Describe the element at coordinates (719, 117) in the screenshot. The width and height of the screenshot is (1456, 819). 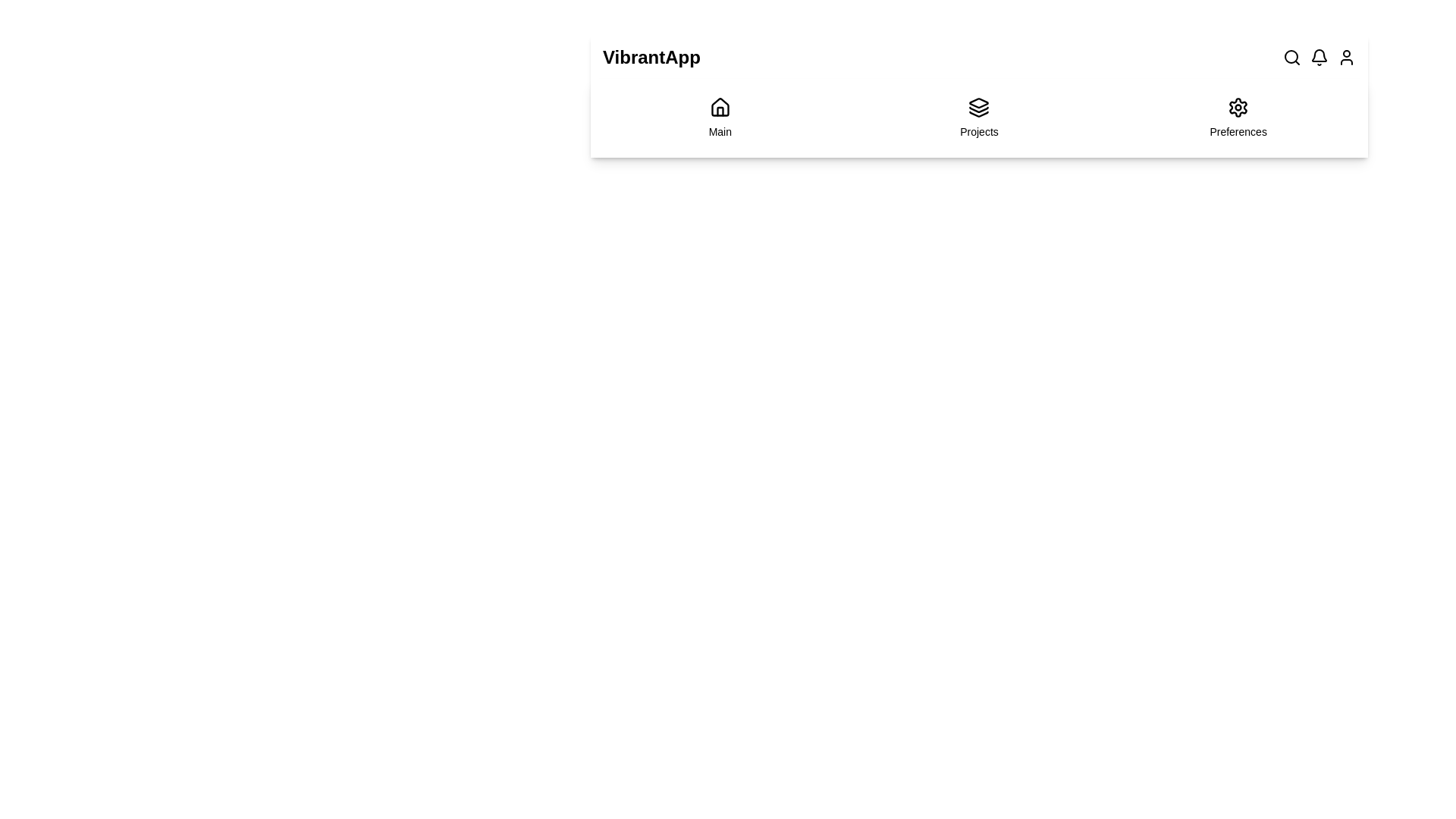
I see `the navigation item labeled Main` at that location.